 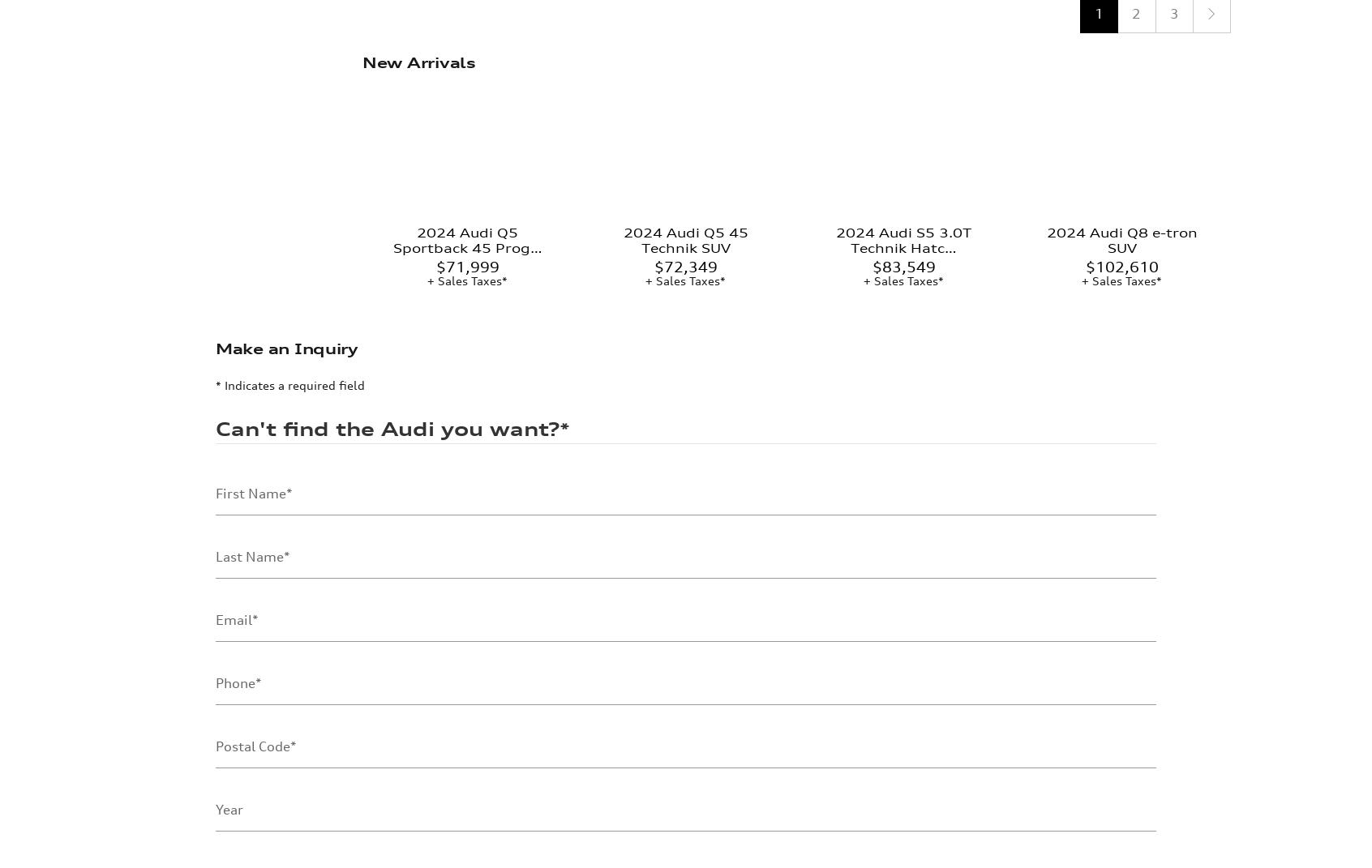 I want to click on 'Make', so click(x=215, y=742).